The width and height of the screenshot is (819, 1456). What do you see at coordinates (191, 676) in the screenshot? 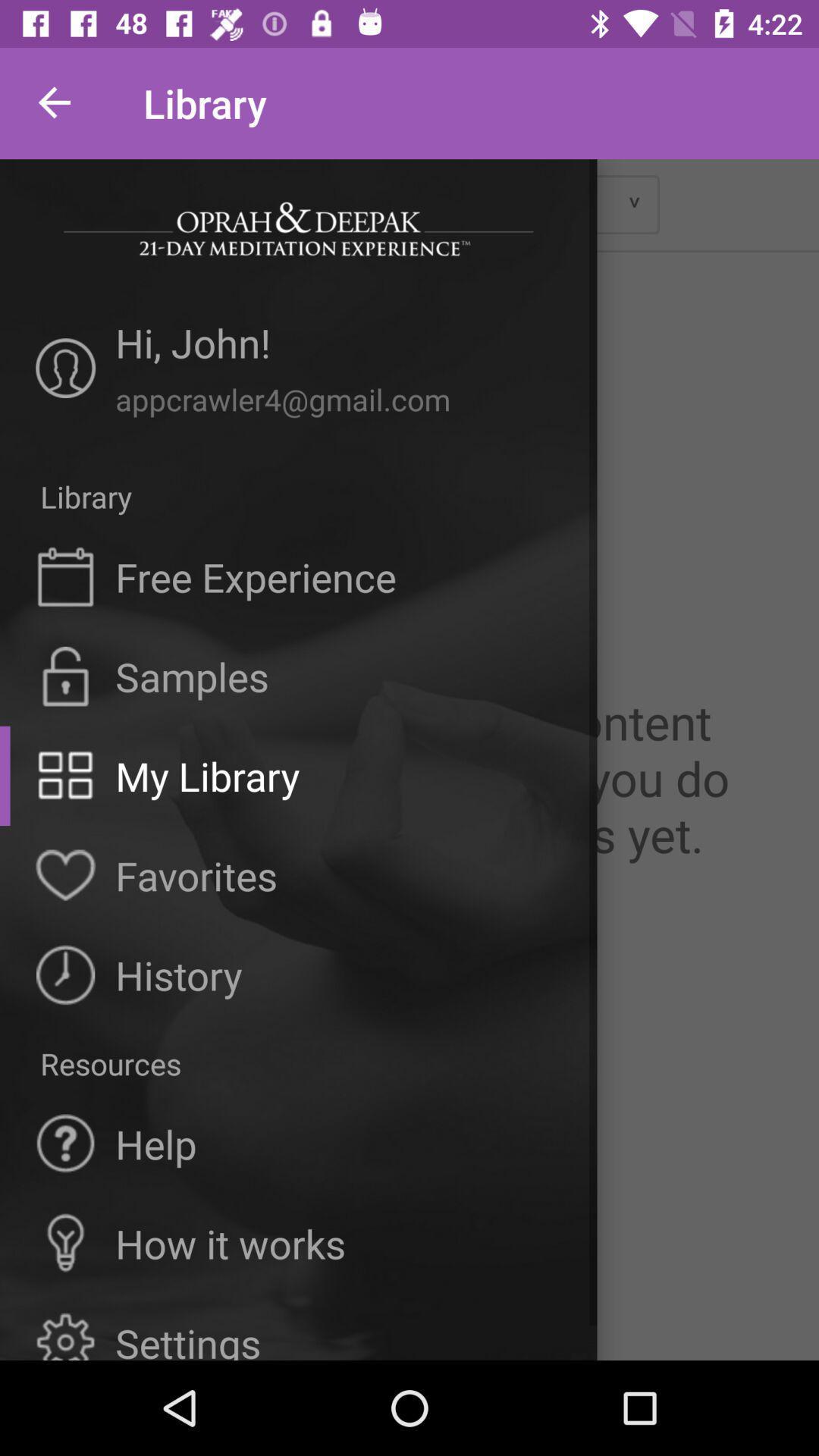
I see `item above the my library icon` at bounding box center [191, 676].